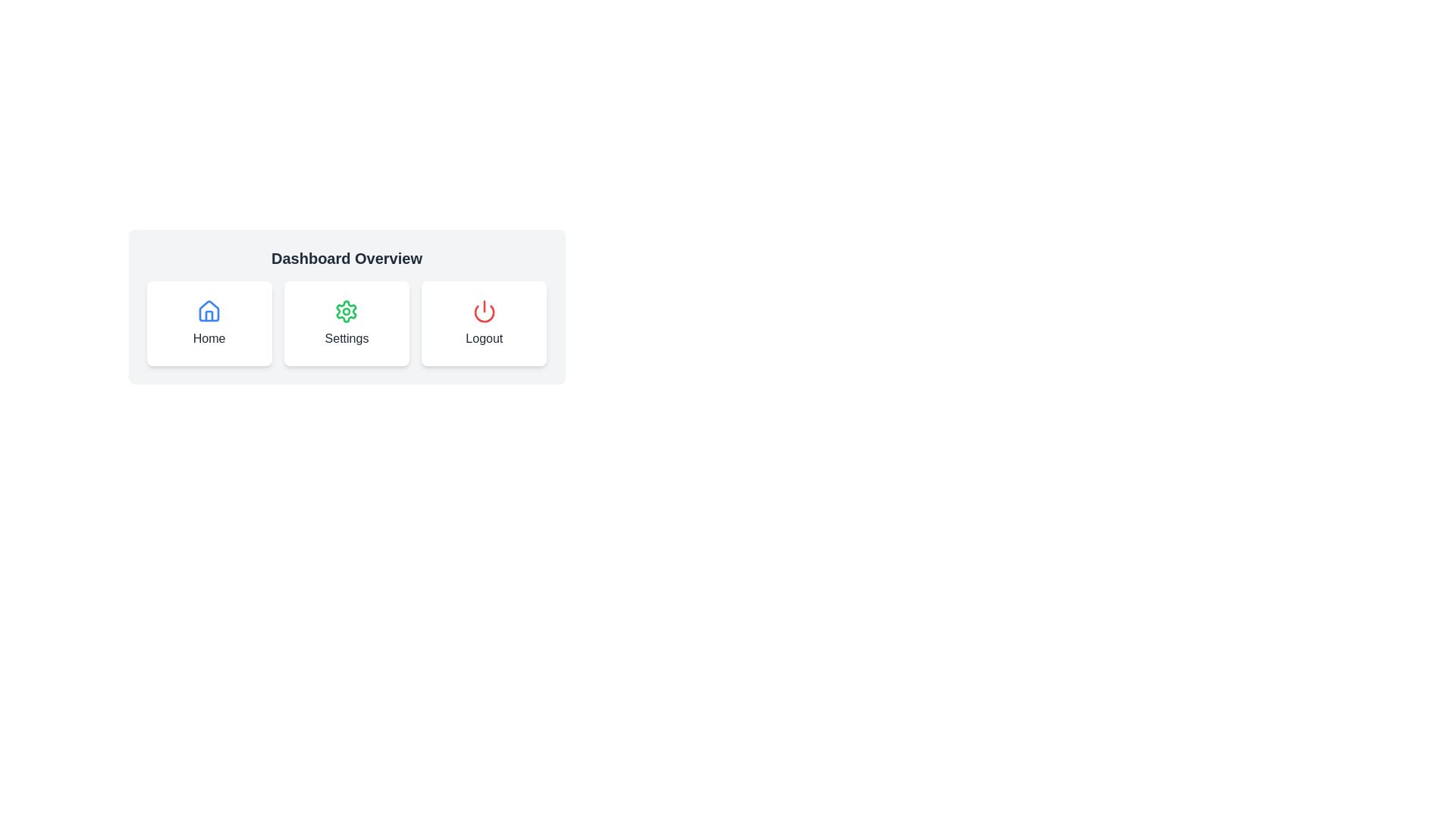  I want to click on the 'Home' icon located above the 'Home' text label within the leftmost card of three cards at the bottom of the interface, so click(209, 311).